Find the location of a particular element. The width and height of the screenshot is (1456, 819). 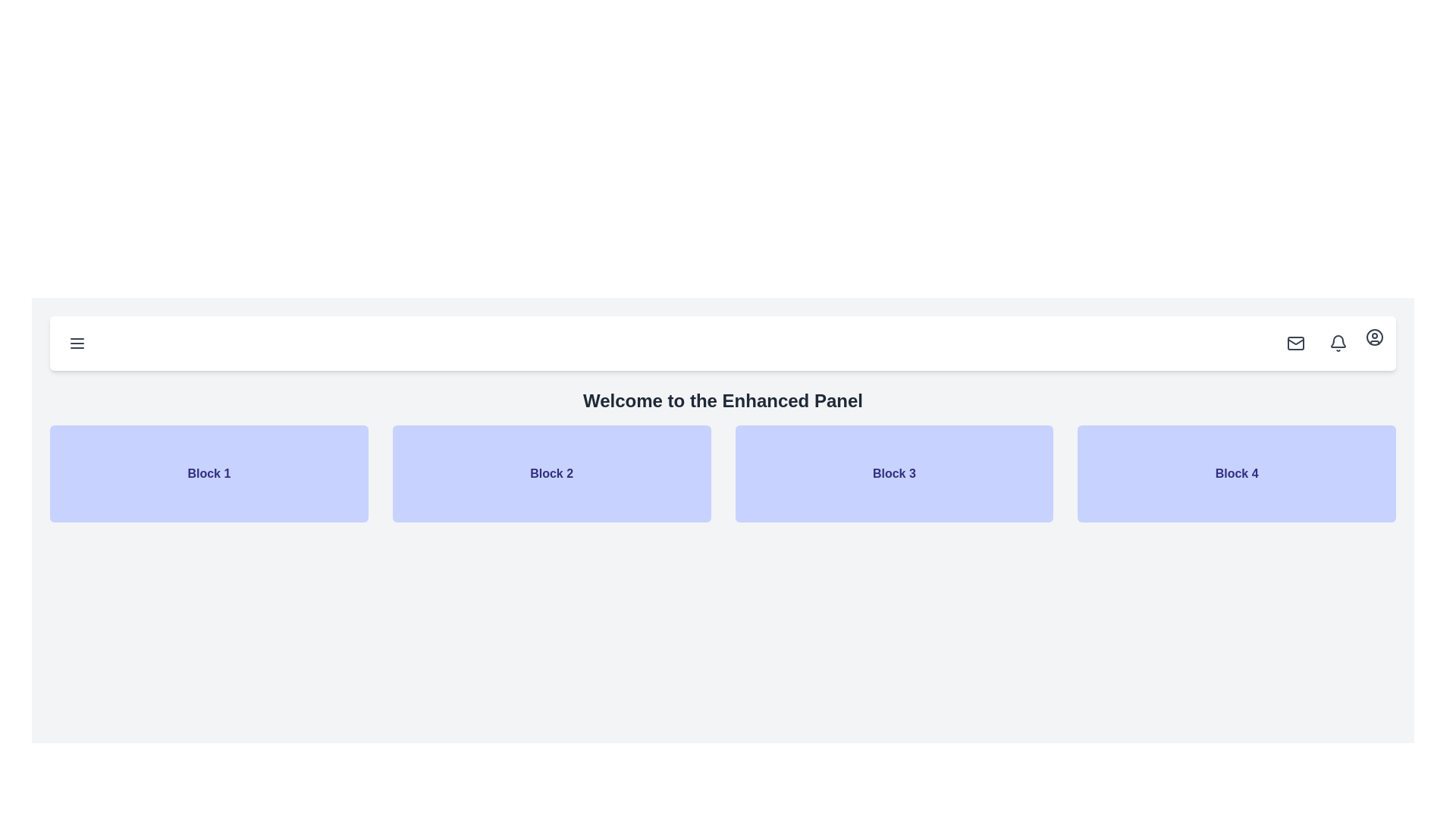

text of the label identifying the third block in the sequence, labeled 'Block 3', located beneath the heading 'Welcome to the Enhanced Panel' is located at coordinates (894, 472).